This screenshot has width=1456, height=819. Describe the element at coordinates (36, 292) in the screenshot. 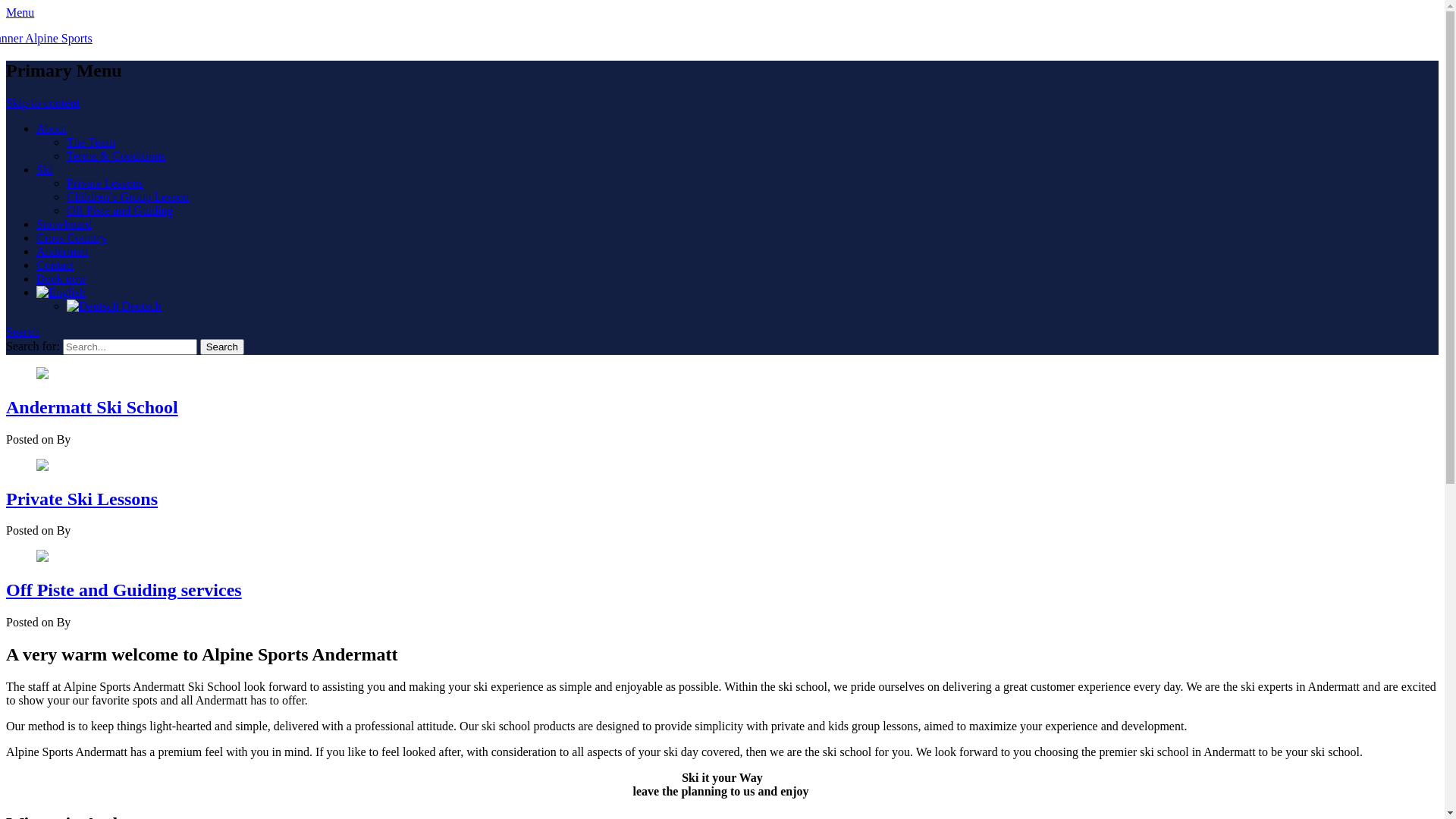

I see `'Language Menu'` at that location.